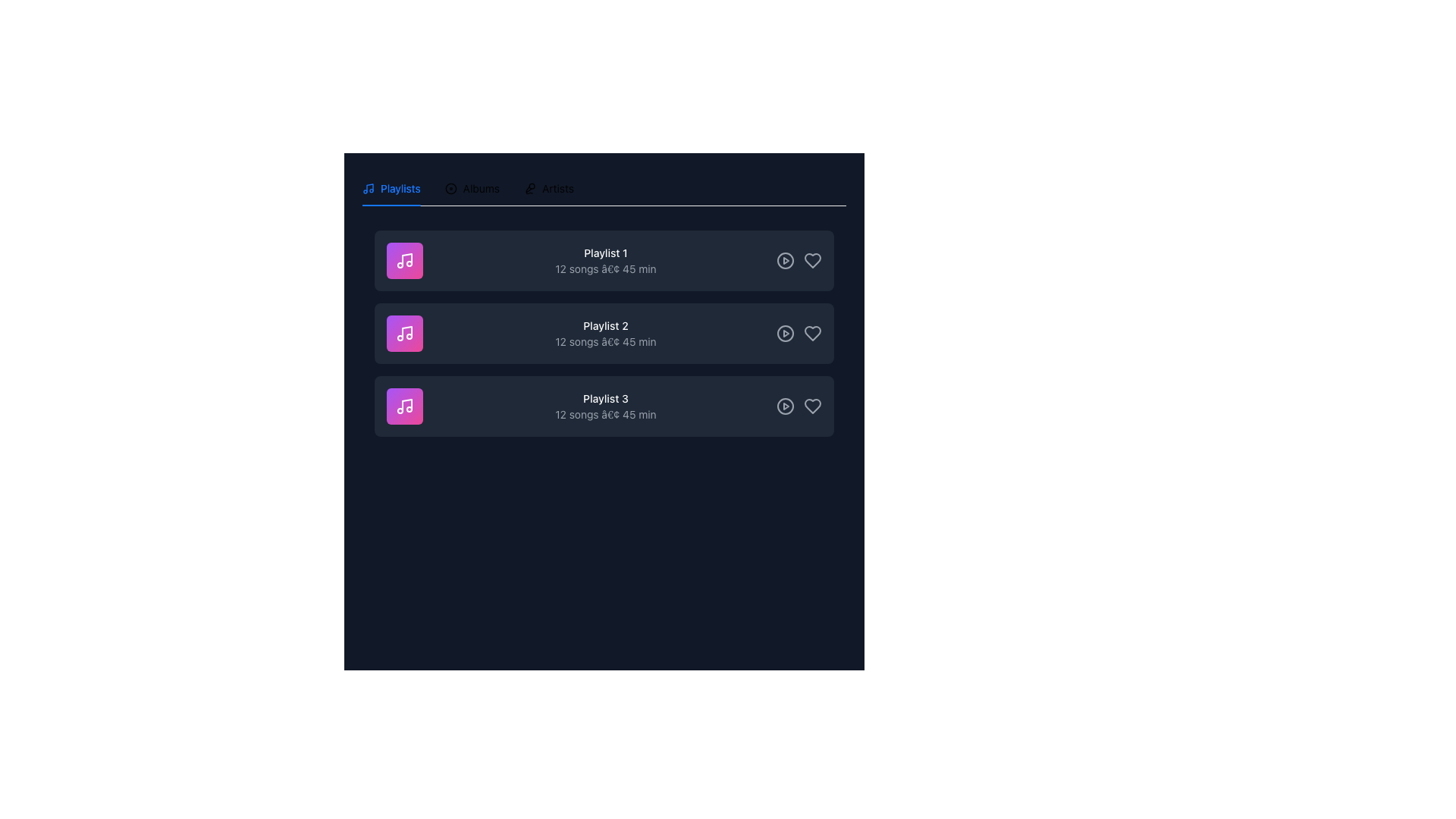 The width and height of the screenshot is (1456, 819). I want to click on the text display element that shows 'Playlist 1' in white bold font and '12 songs • 45 min' in gray smaller font, located in the first item of a vertical list, so click(604, 259).